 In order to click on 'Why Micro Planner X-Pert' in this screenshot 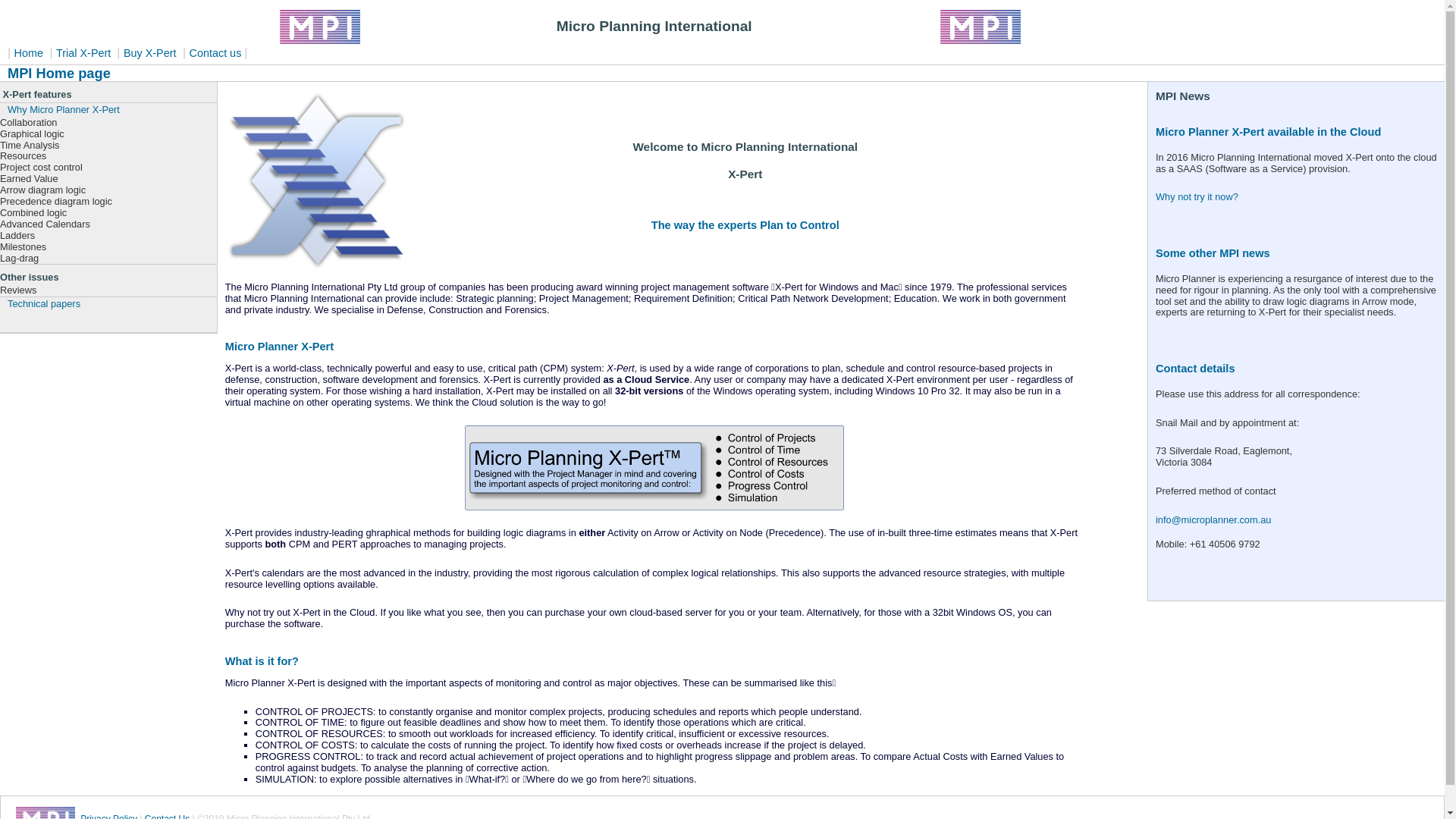, I will do `click(108, 109)`.